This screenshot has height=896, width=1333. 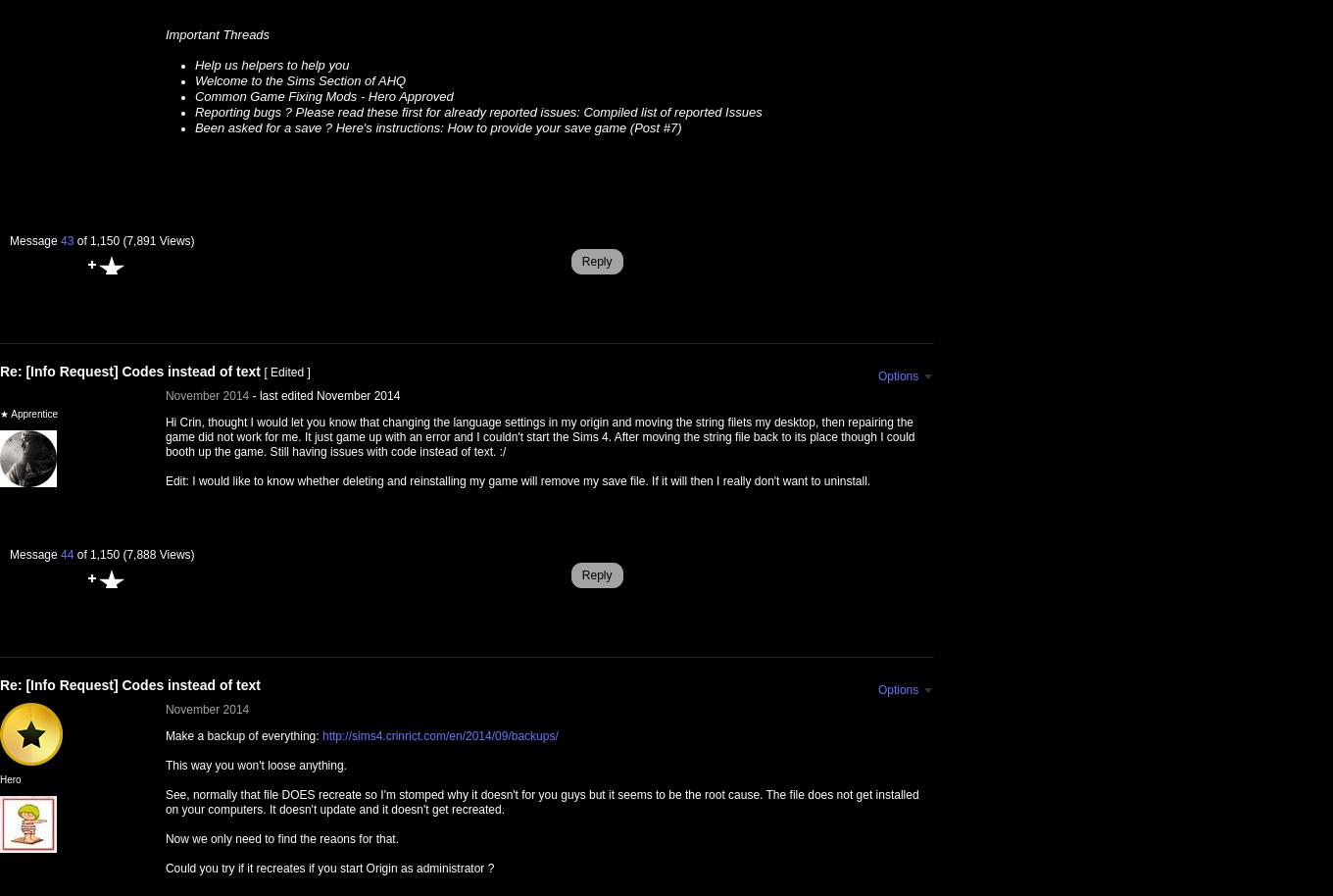 I want to click on 'Compiled list of reported Issues', so click(x=583, y=112).